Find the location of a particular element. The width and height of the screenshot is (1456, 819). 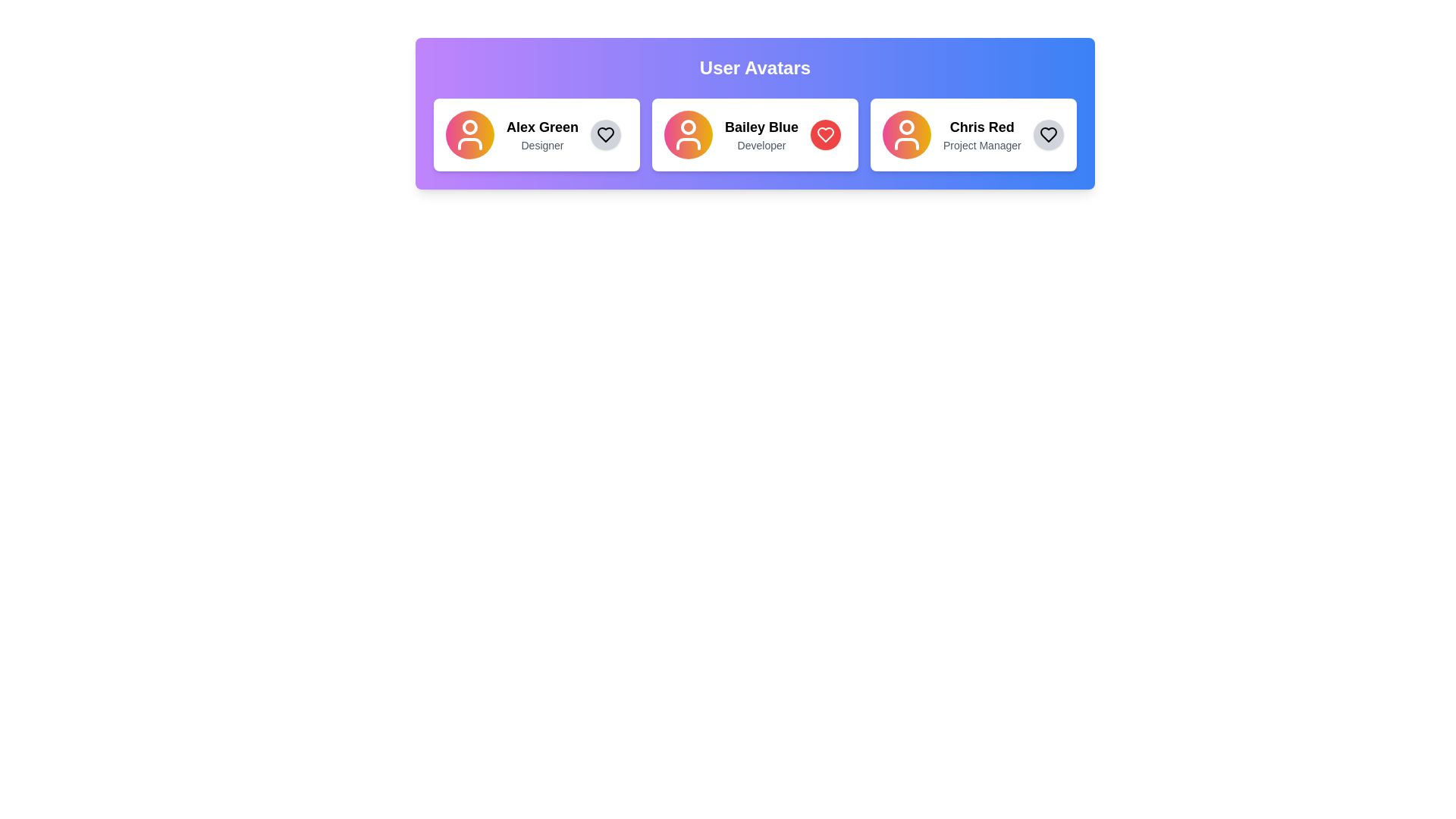

the circular red button with a white heart icon, located at the top-right corner of the card for user 'Bailey Blue,' is located at coordinates (825, 133).